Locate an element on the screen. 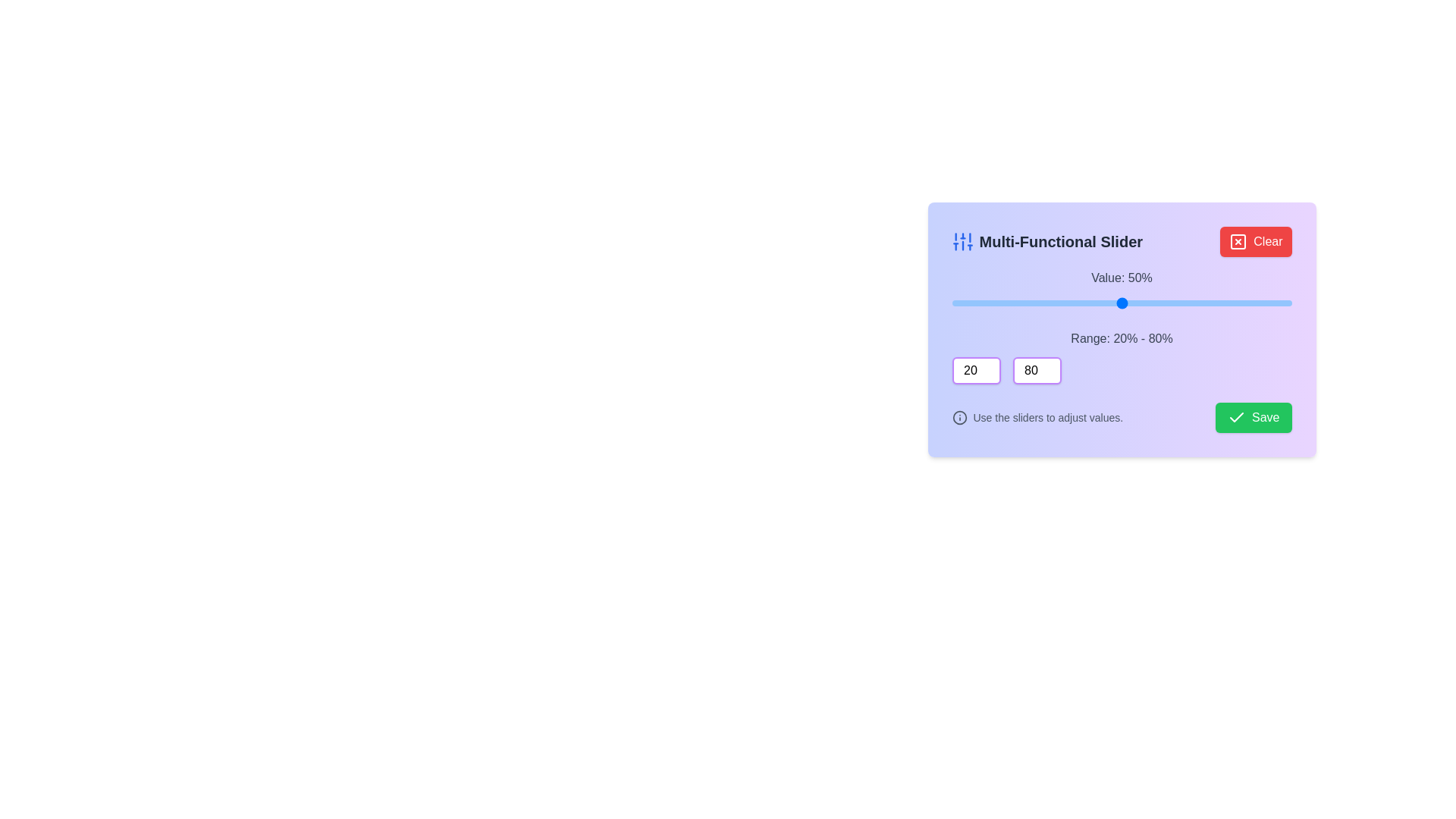  the slider value is located at coordinates (1094, 303).